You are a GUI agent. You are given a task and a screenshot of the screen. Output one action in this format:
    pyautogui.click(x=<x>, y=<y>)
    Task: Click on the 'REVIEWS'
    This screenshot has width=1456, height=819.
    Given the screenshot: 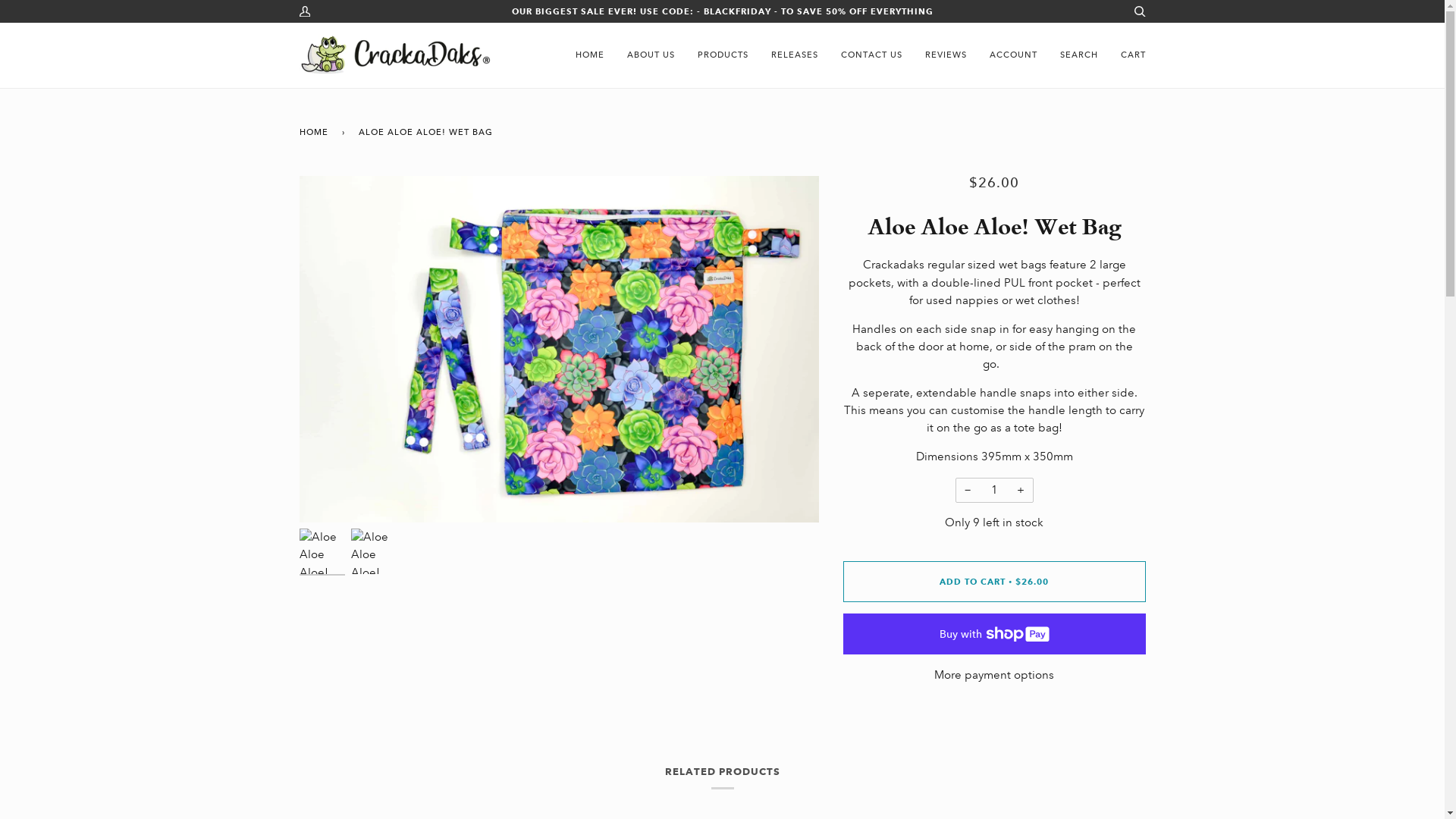 What is the action you would take?
    pyautogui.click(x=944, y=55)
    